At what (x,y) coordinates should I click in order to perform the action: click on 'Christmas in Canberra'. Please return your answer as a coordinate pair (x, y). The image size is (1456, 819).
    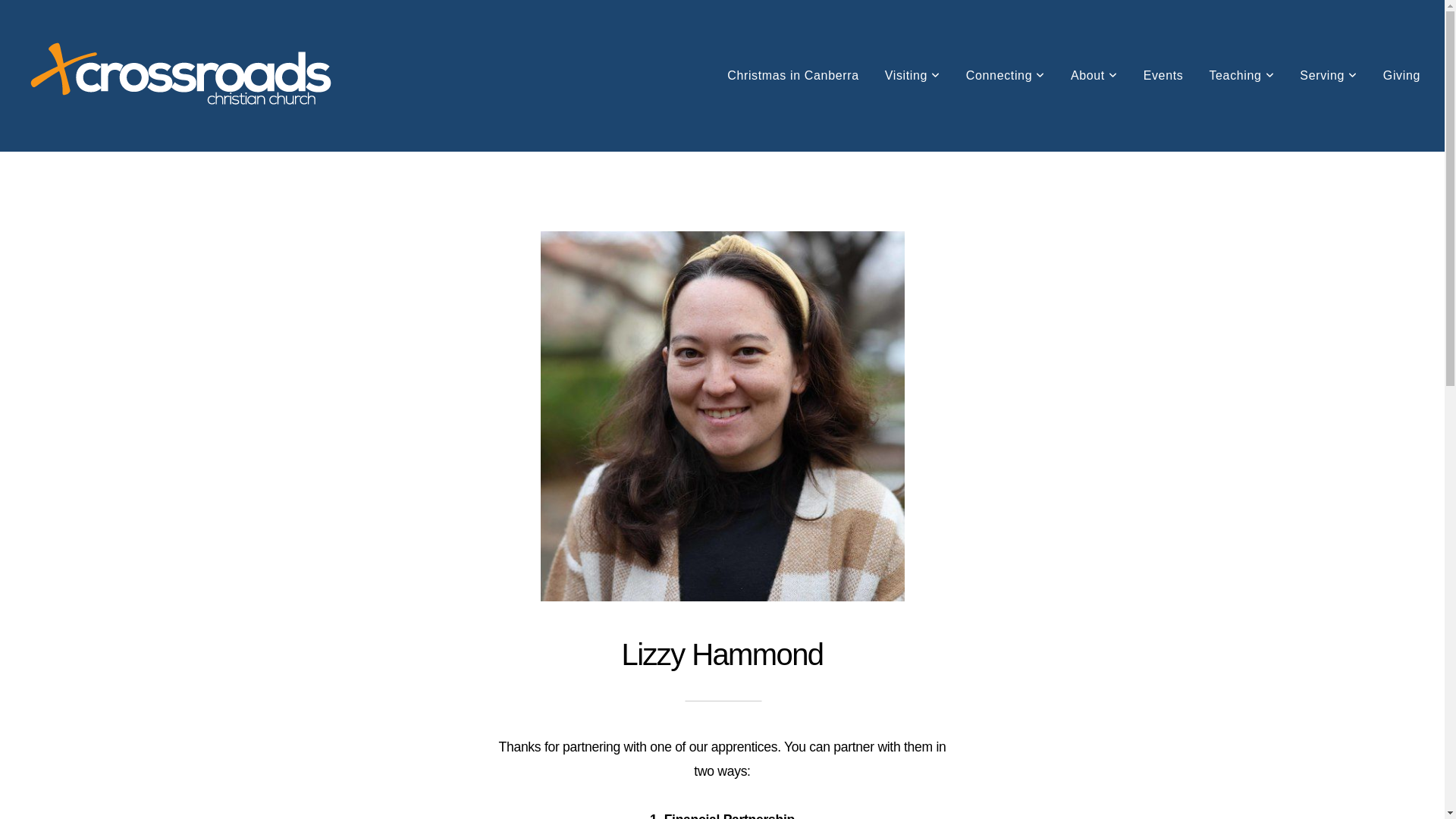
    Looking at the image, I should click on (715, 76).